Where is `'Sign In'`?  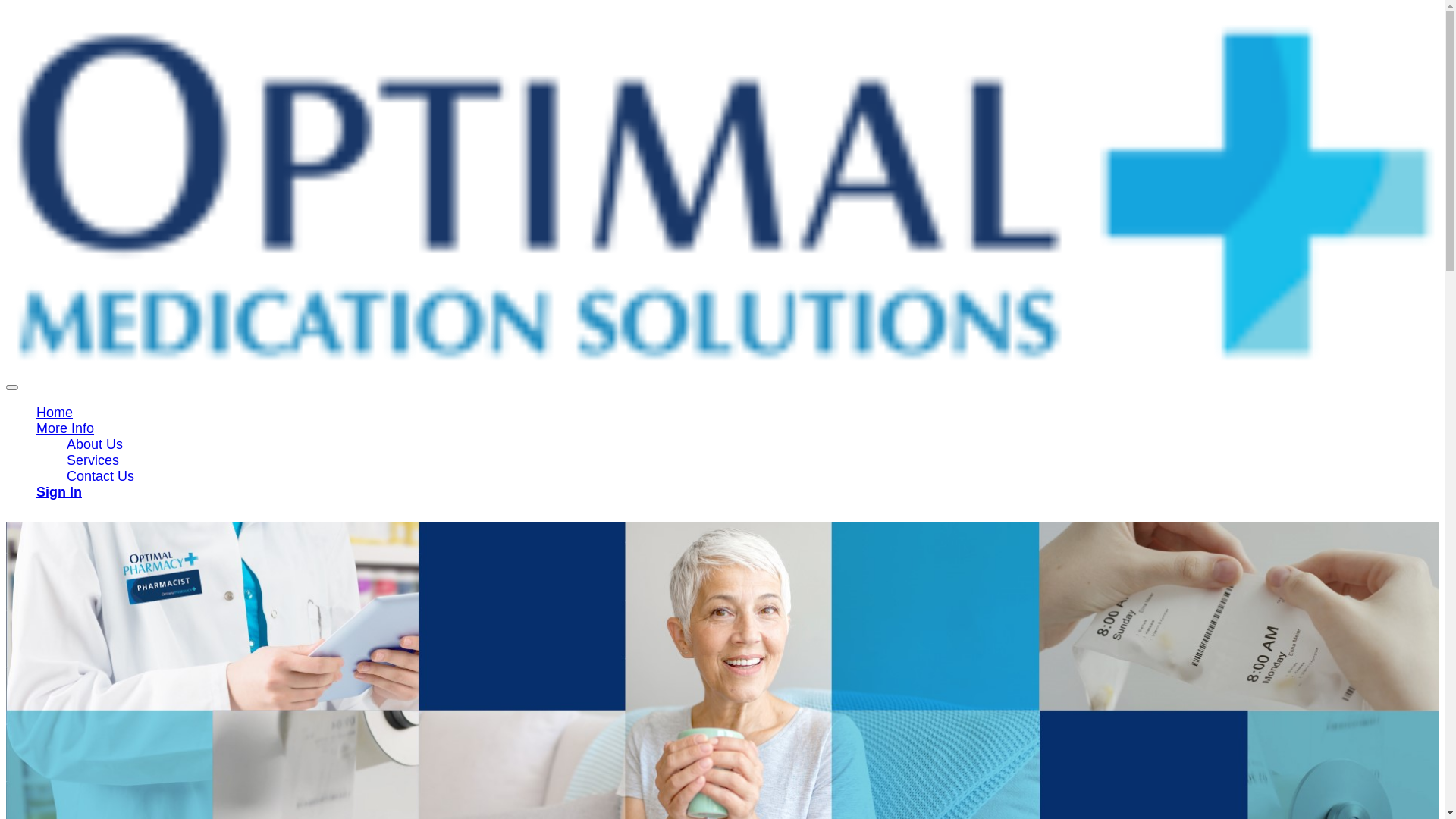 'Sign In' is located at coordinates (58, 491).